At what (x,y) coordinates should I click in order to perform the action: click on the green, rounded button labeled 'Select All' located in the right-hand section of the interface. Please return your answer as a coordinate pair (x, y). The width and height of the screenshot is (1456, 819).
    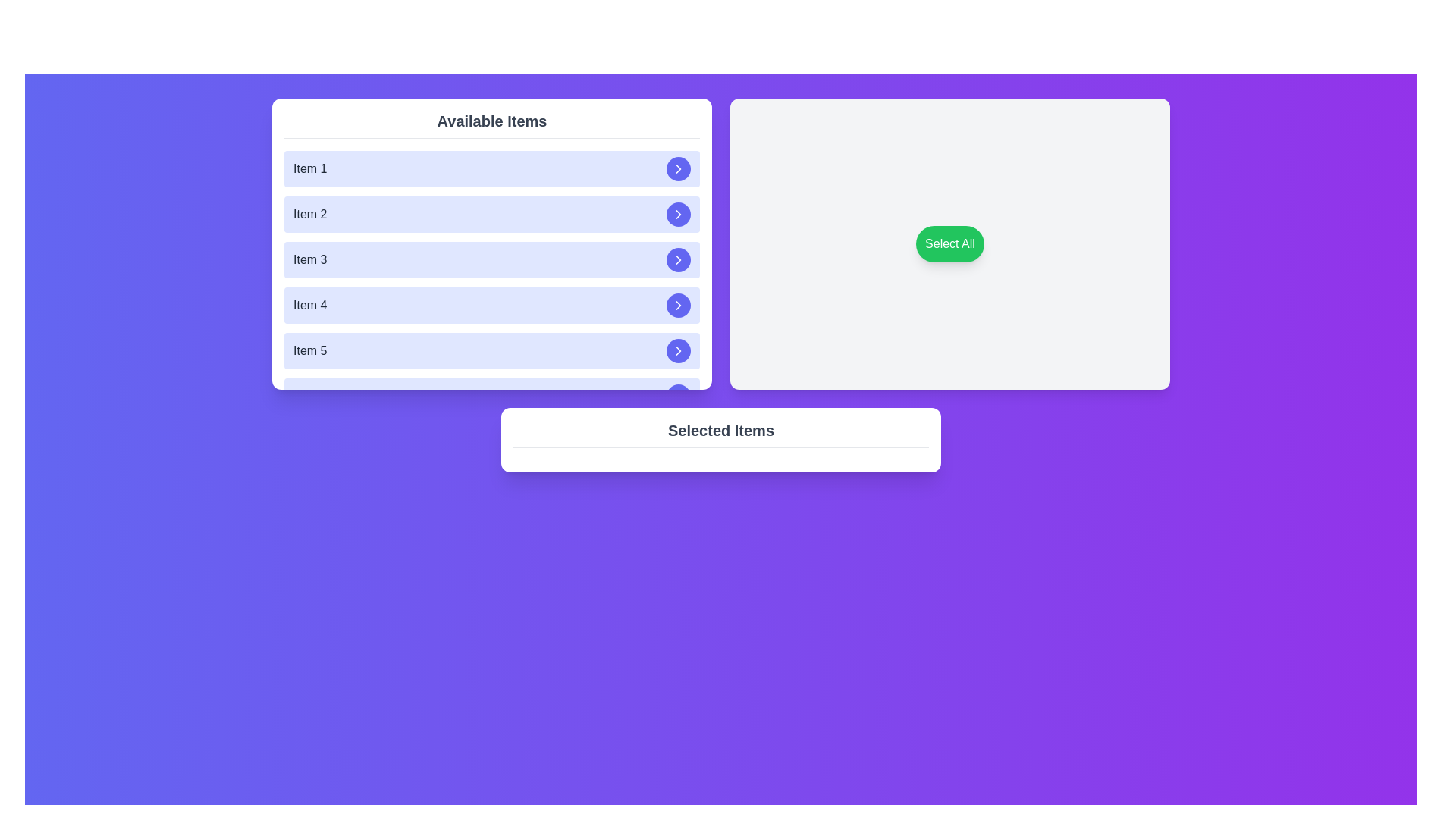
    Looking at the image, I should click on (949, 243).